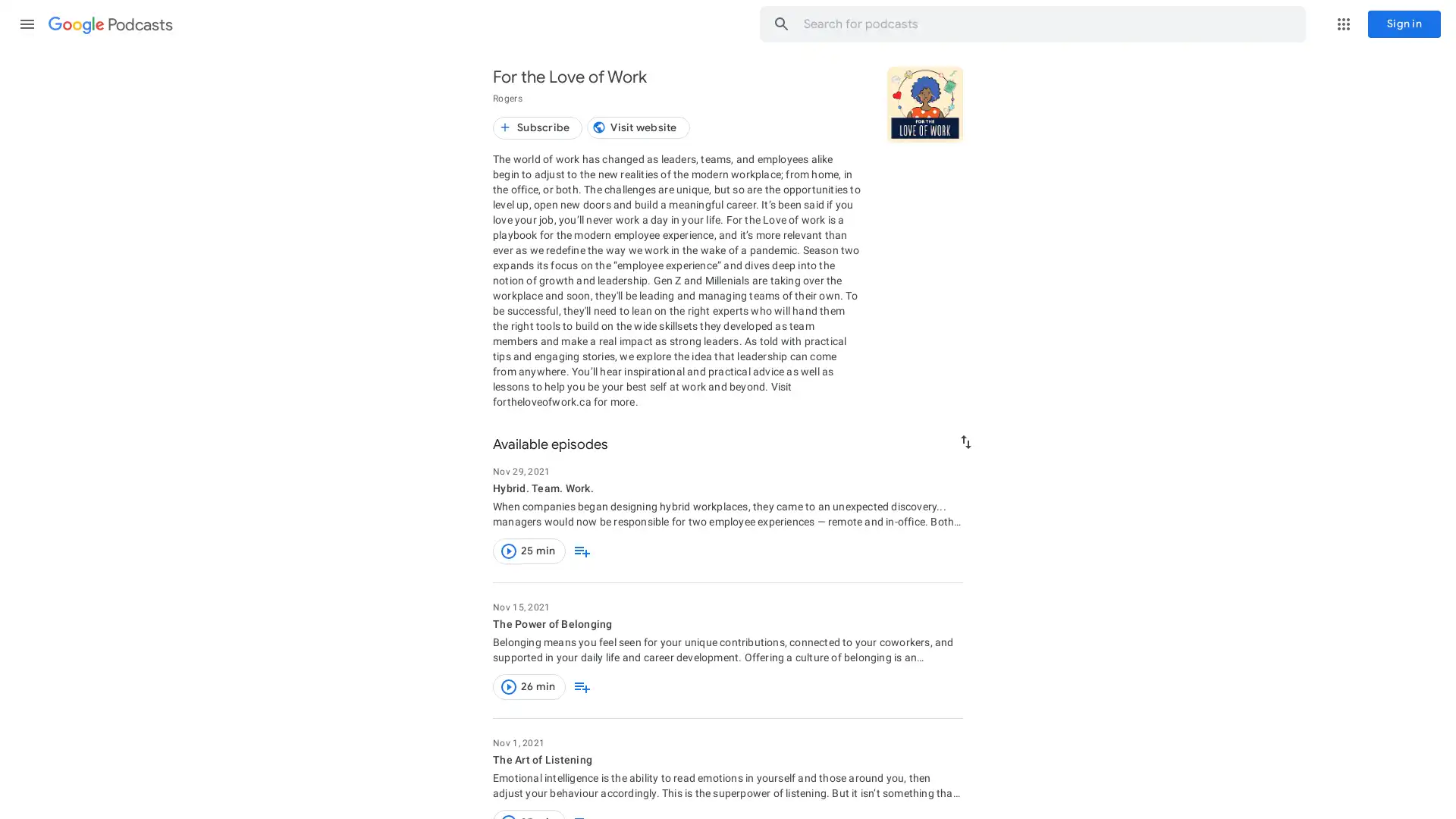 The height and width of the screenshot is (819, 1456). Describe the element at coordinates (475, 24) in the screenshot. I see `Search` at that location.